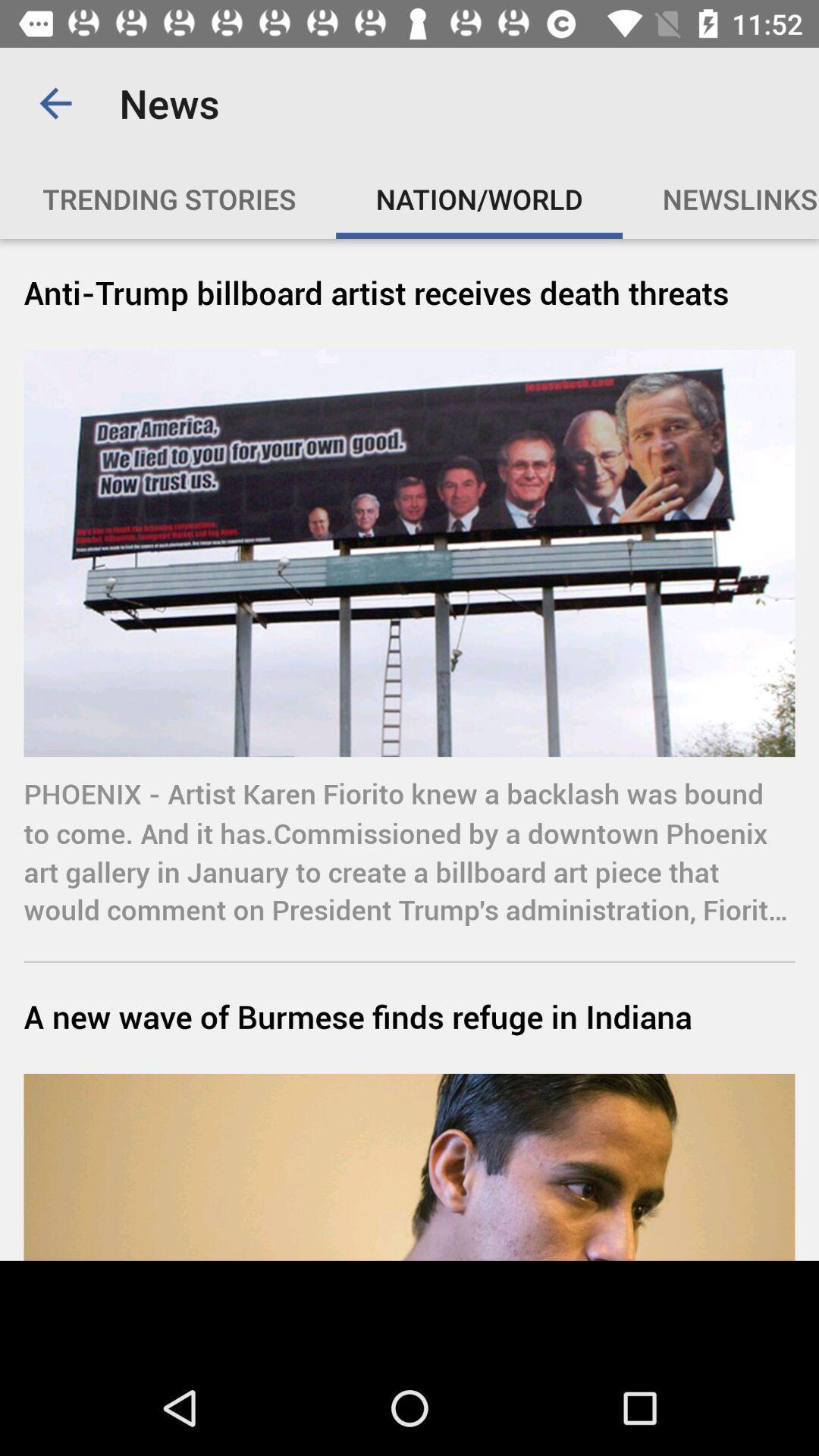 The width and height of the screenshot is (819, 1456). What do you see at coordinates (55, 102) in the screenshot?
I see `app next to the news` at bounding box center [55, 102].